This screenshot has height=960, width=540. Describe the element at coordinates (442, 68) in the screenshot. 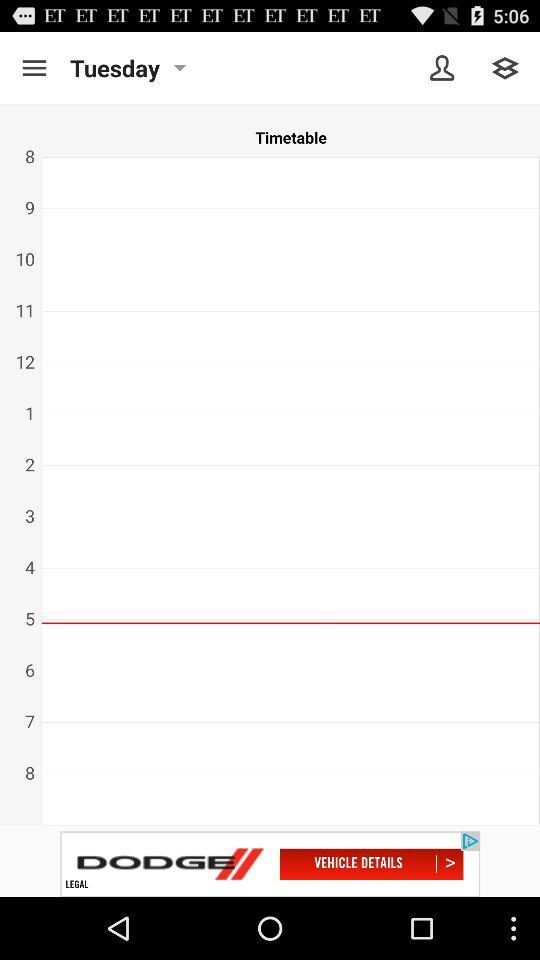

I see `user profile` at that location.